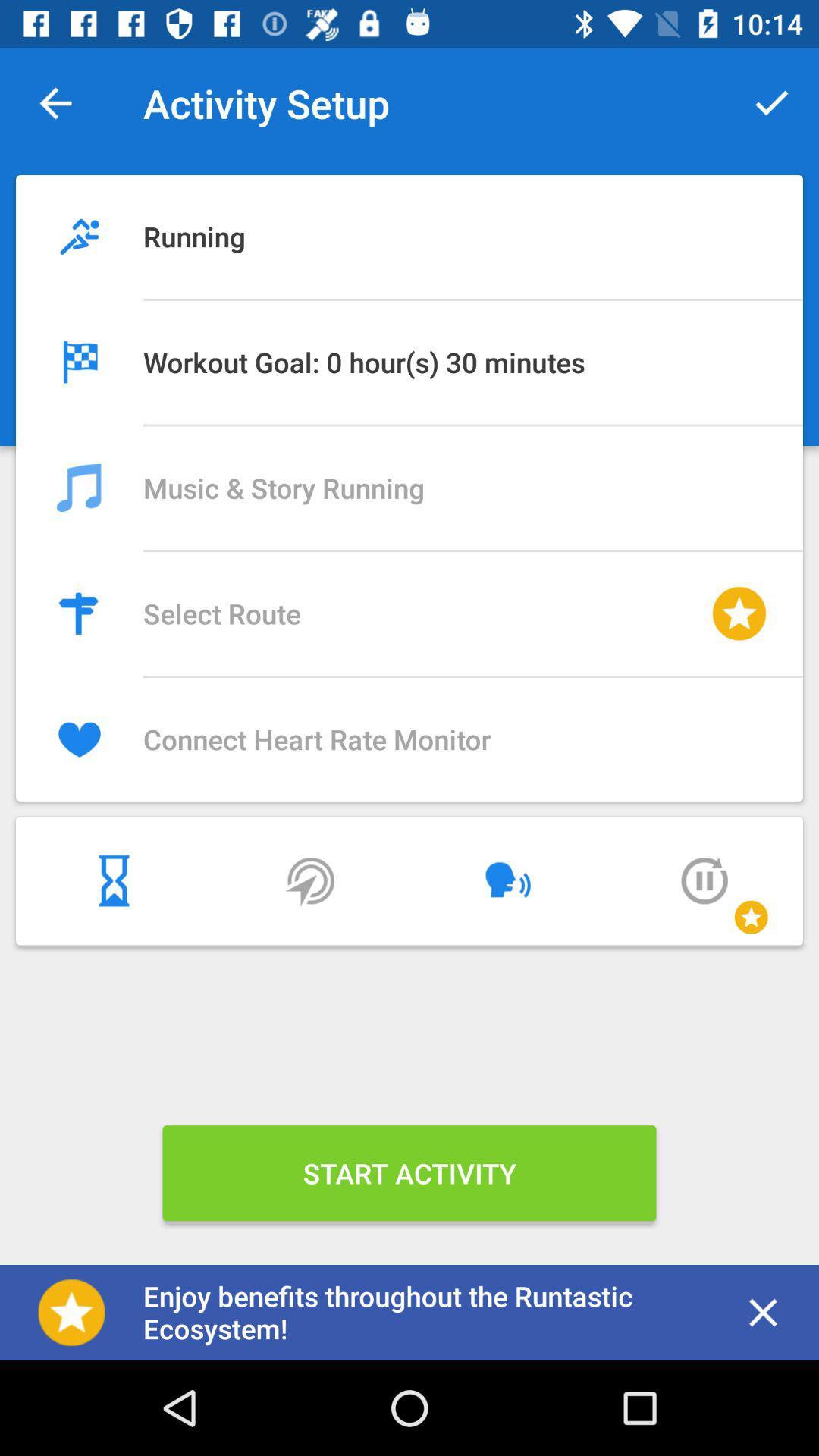  What do you see at coordinates (55, 102) in the screenshot?
I see `the icon to the left of the activity setup` at bounding box center [55, 102].